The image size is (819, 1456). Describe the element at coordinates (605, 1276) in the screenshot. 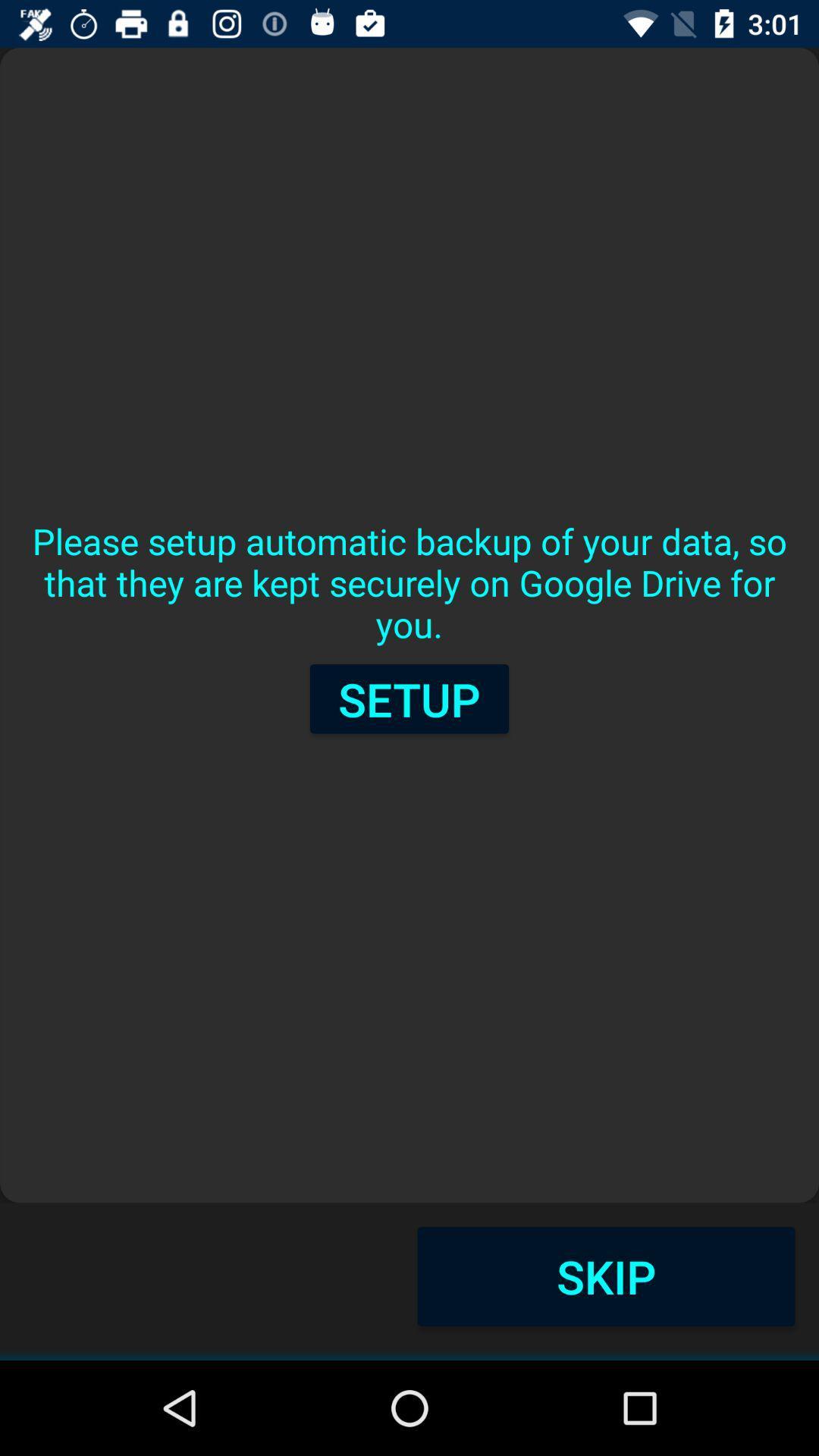

I see `the skip item` at that location.